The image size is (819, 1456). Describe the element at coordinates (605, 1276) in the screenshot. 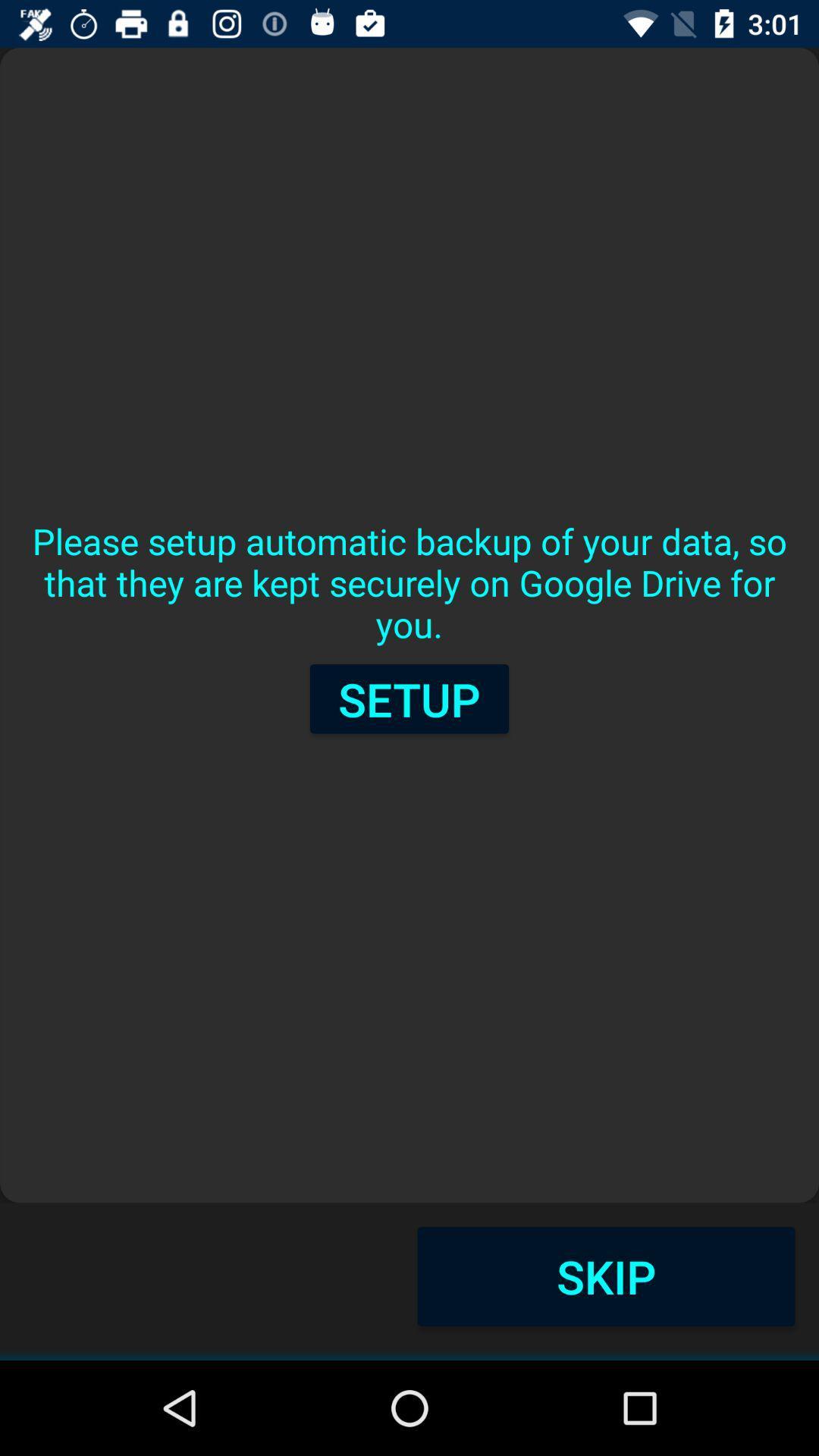

I see `the skip item` at that location.